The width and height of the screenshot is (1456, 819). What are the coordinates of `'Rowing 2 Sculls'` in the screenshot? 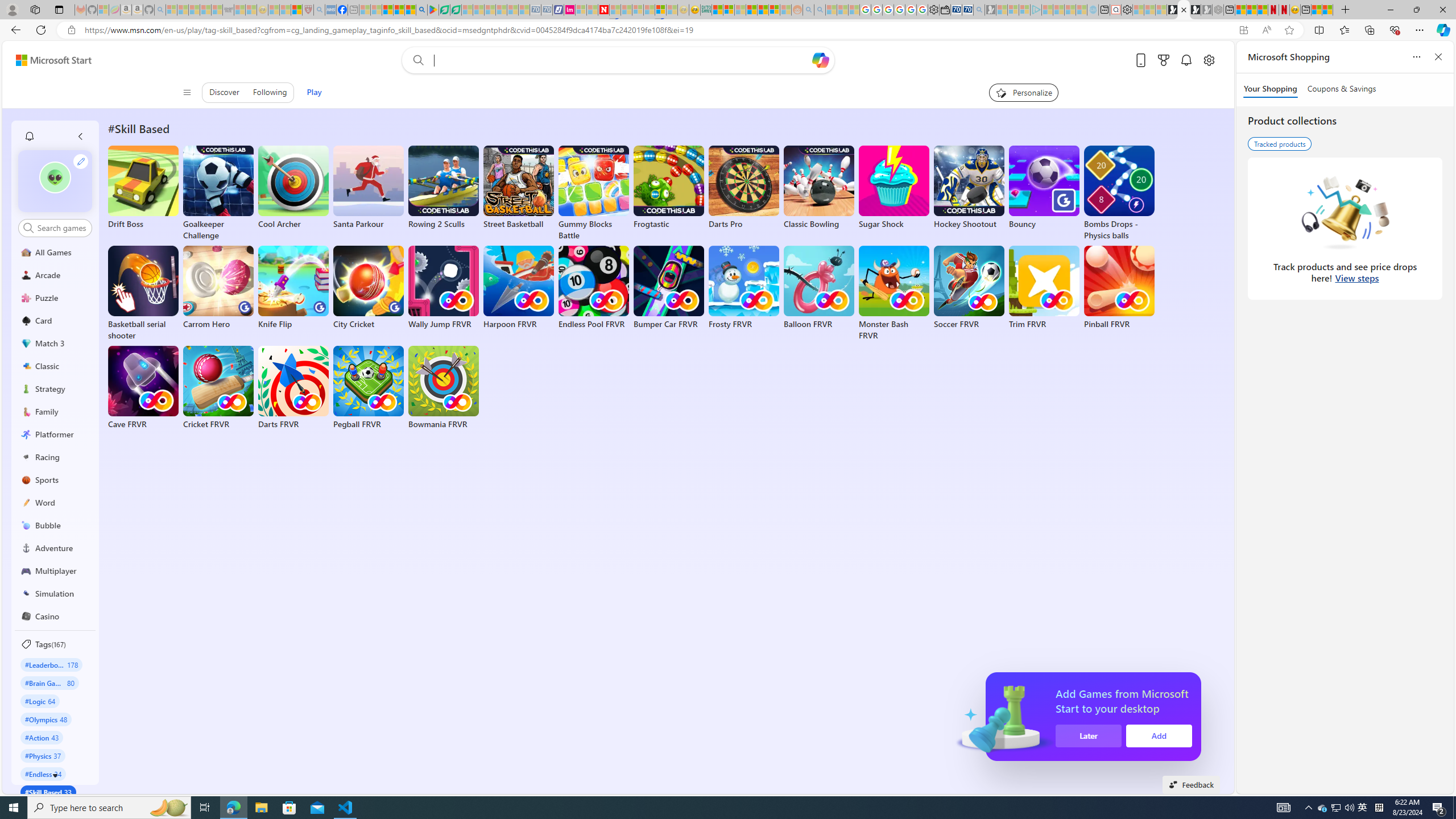 It's located at (442, 187).